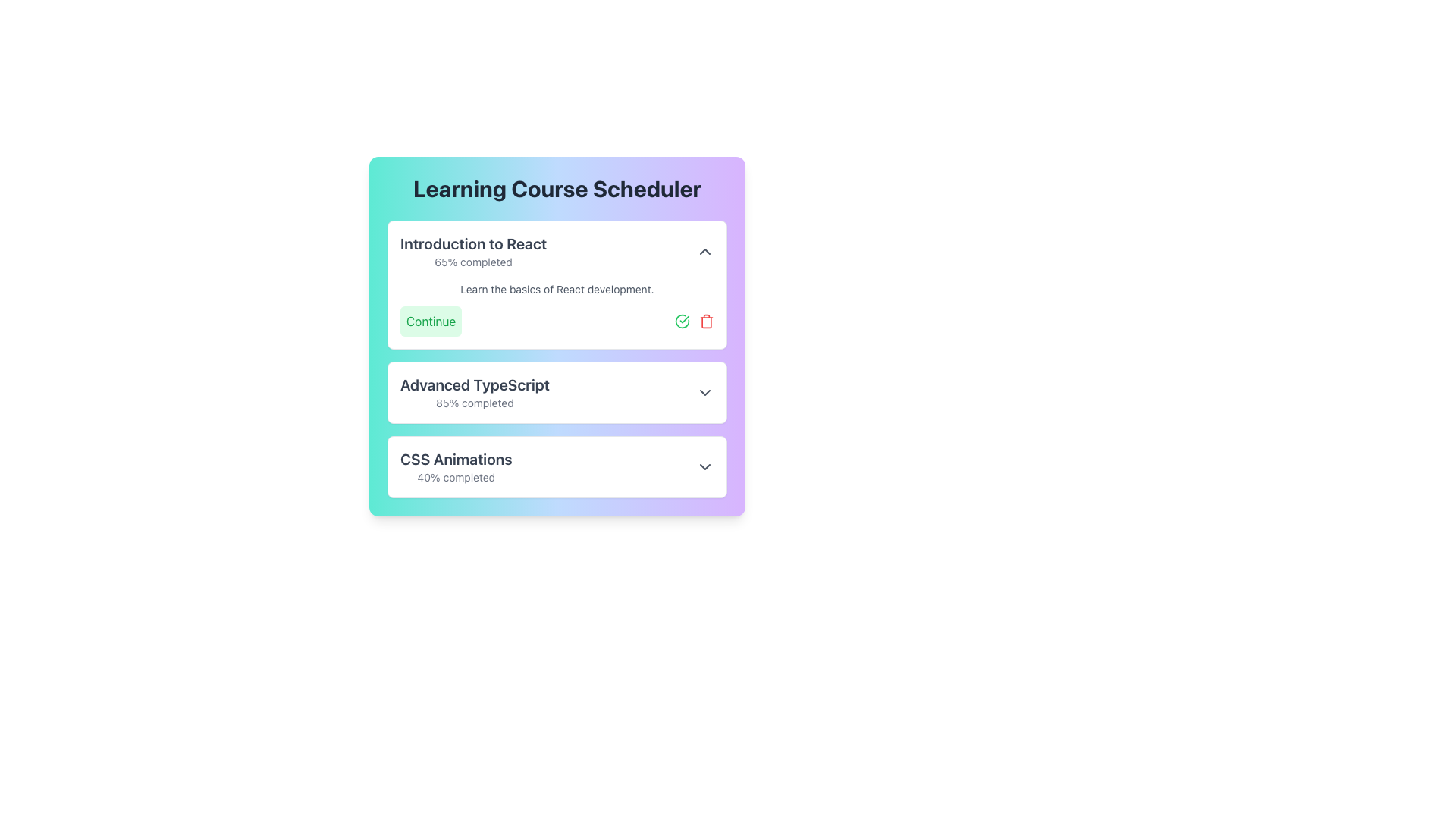  What do you see at coordinates (556, 335) in the screenshot?
I see `the action buttons within the 'Learning Course Scheduler' card to navigate to the course detail view` at bounding box center [556, 335].